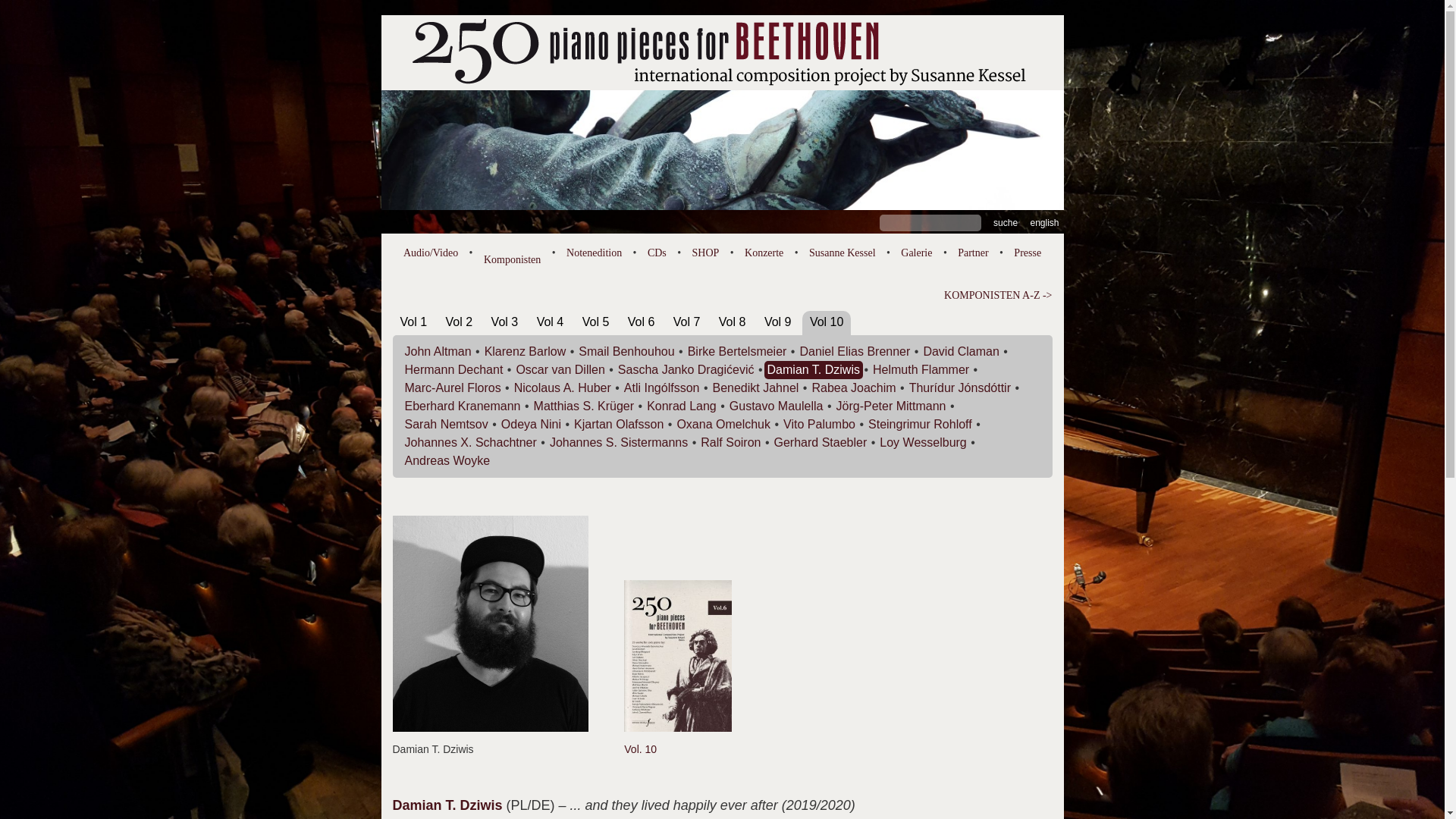 This screenshot has width=1456, height=819. I want to click on 'Komponisten', so click(483, 256).